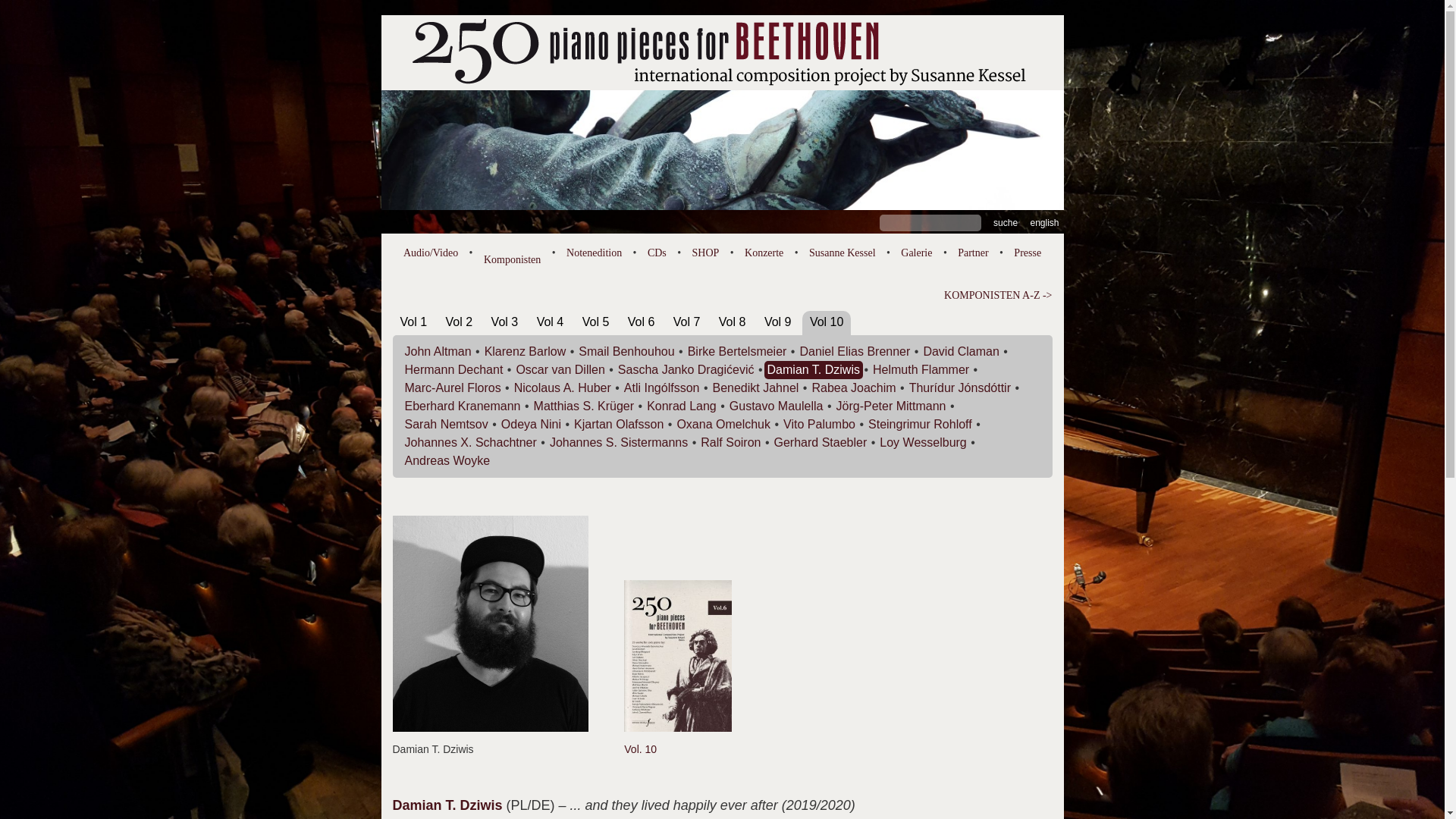 This screenshot has width=1456, height=819. I want to click on 'Komponisten', so click(483, 256).